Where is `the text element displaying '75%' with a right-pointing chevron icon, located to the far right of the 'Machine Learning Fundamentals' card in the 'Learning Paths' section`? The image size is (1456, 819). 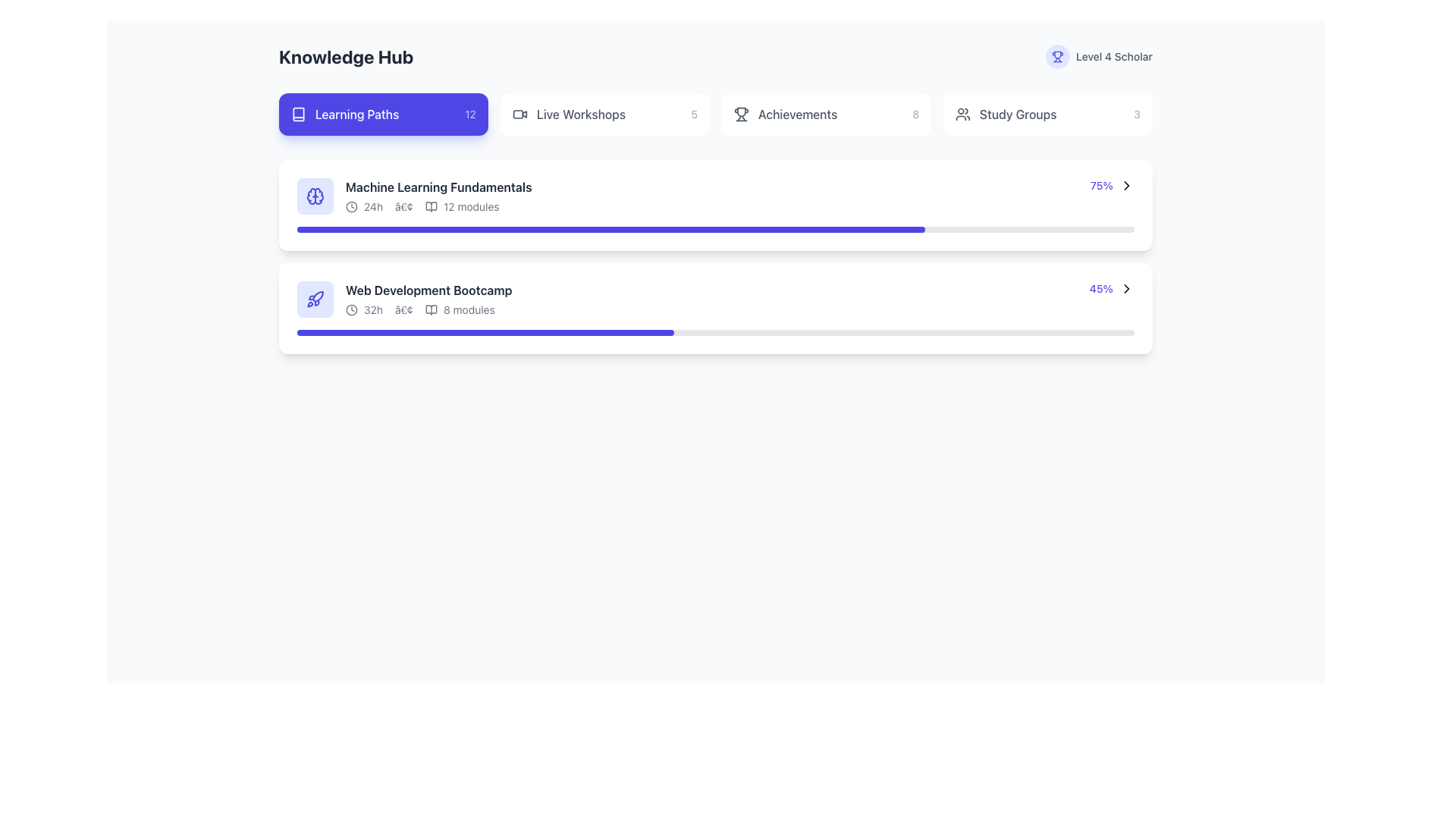
the text element displaying '75%' with a right-pointing chevron icon, located to the far right of the 'Machine Learning Fundamentals' card in the 'Learning Paths' section is located at coordinates (1112, 185).